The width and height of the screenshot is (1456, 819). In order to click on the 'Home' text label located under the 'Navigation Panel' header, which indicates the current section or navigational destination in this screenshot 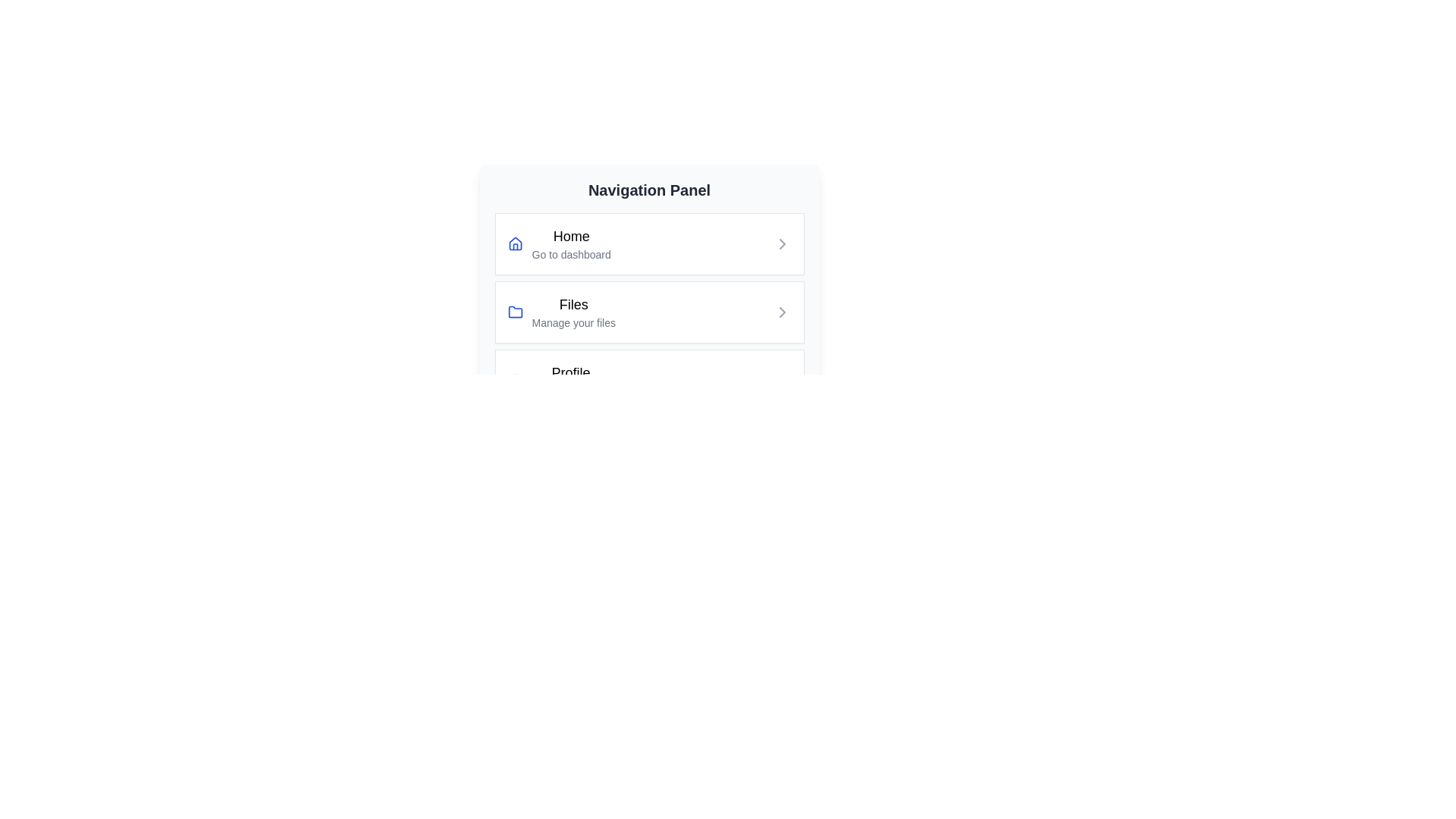, I will do `click(570, 237)`.